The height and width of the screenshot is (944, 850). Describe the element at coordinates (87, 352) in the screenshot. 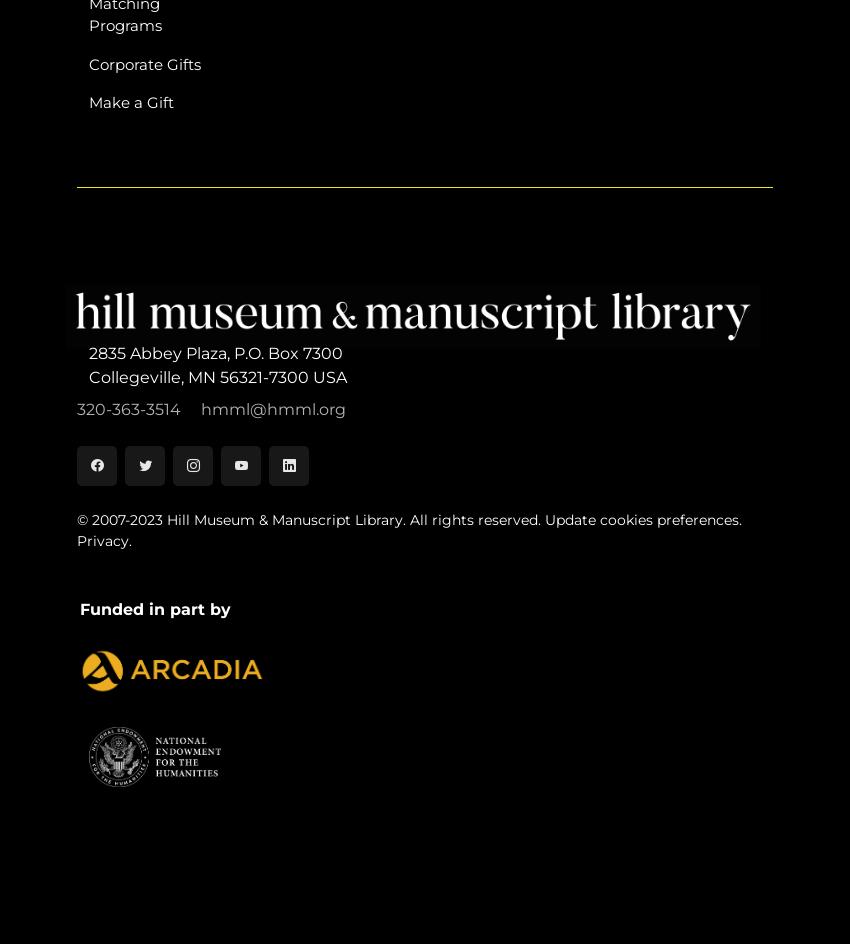

I see `'2835 Abbey Plaza, P.O. Box 7300'` at that location.